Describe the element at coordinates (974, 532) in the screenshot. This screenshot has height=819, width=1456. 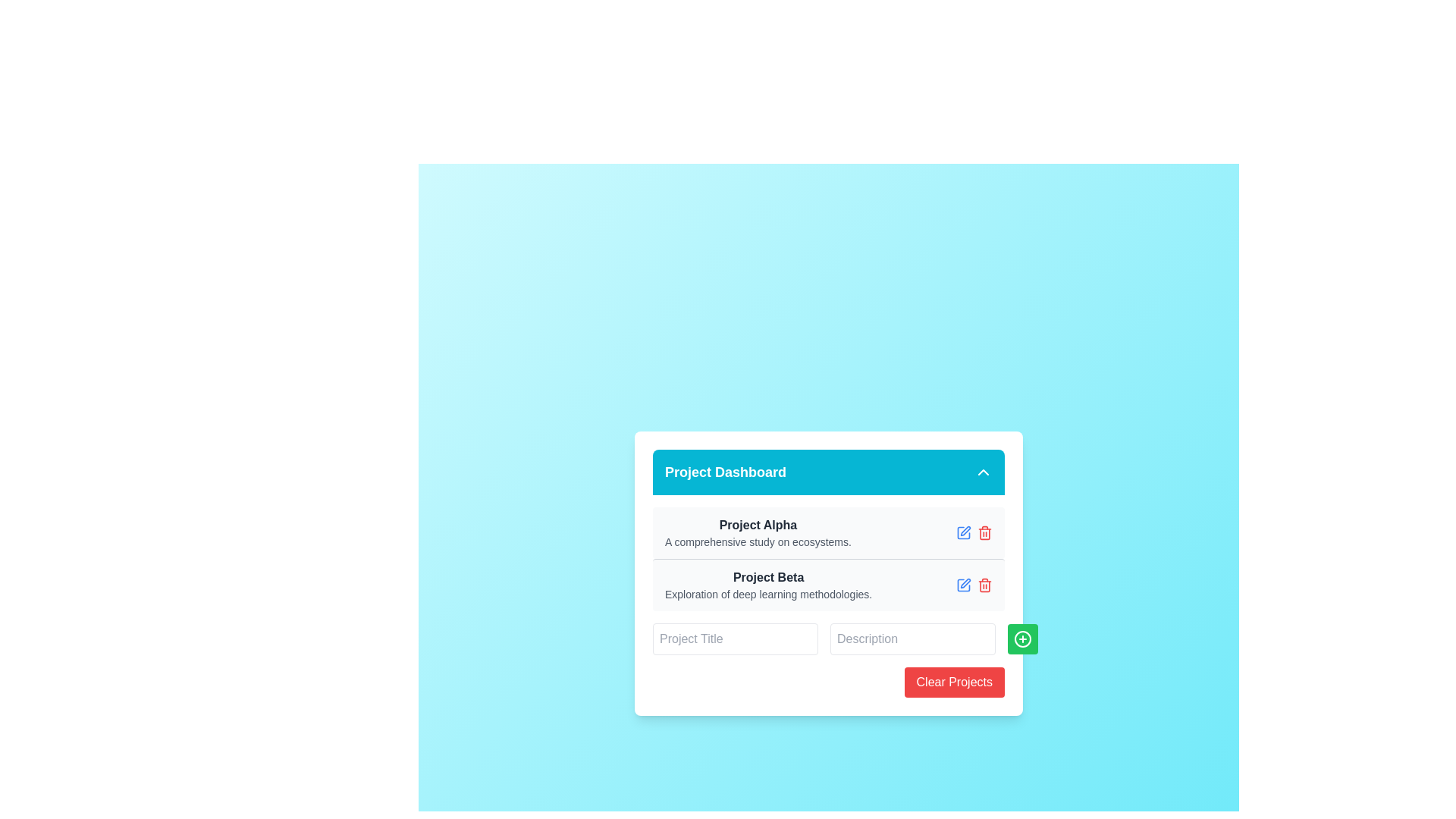
I see `the interactive group containing buttons or icons related to 'Project Alpha'` at that location.